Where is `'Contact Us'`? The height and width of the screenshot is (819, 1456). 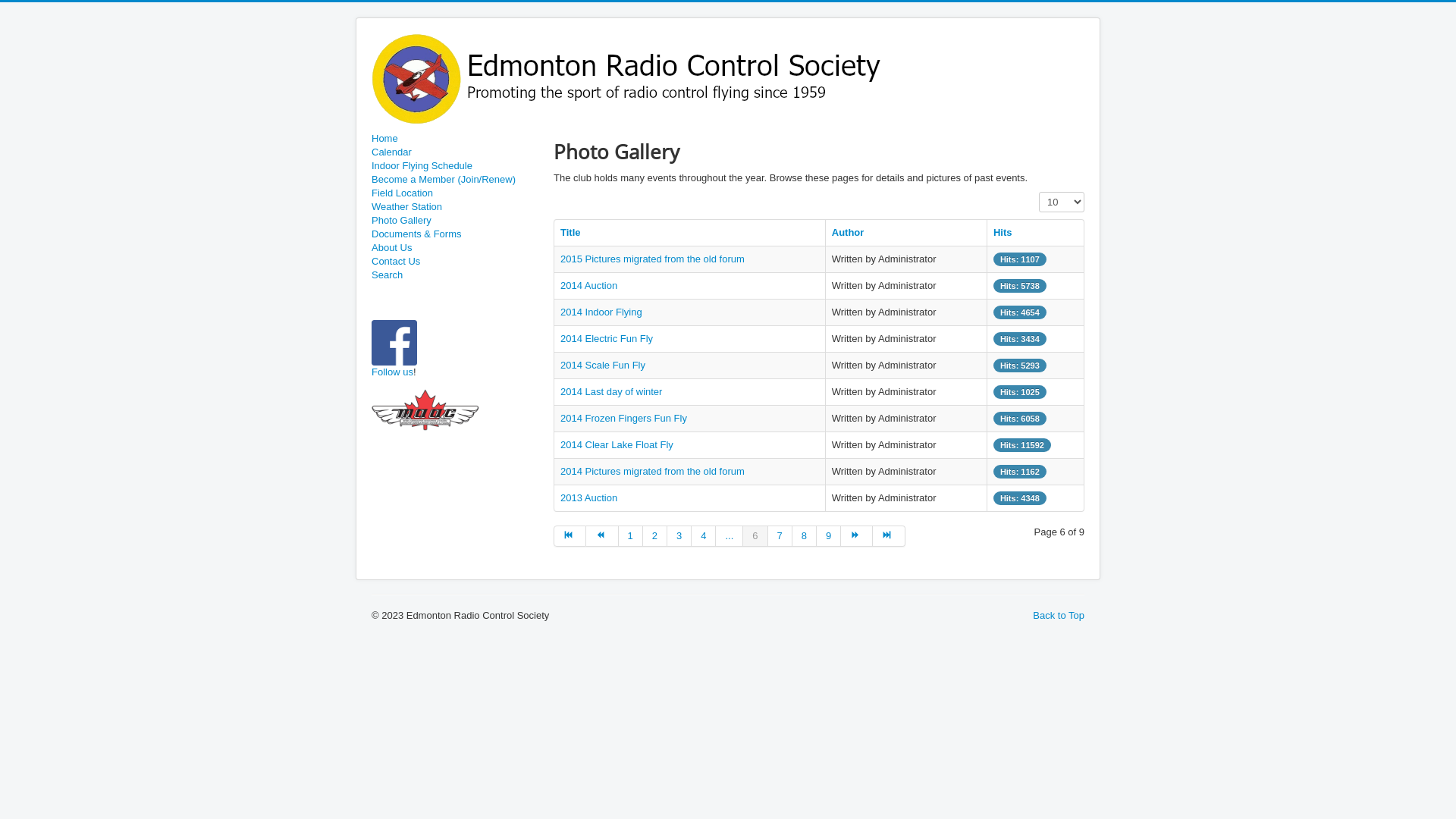
'Contact Us' is located at coordinates (454, 260).